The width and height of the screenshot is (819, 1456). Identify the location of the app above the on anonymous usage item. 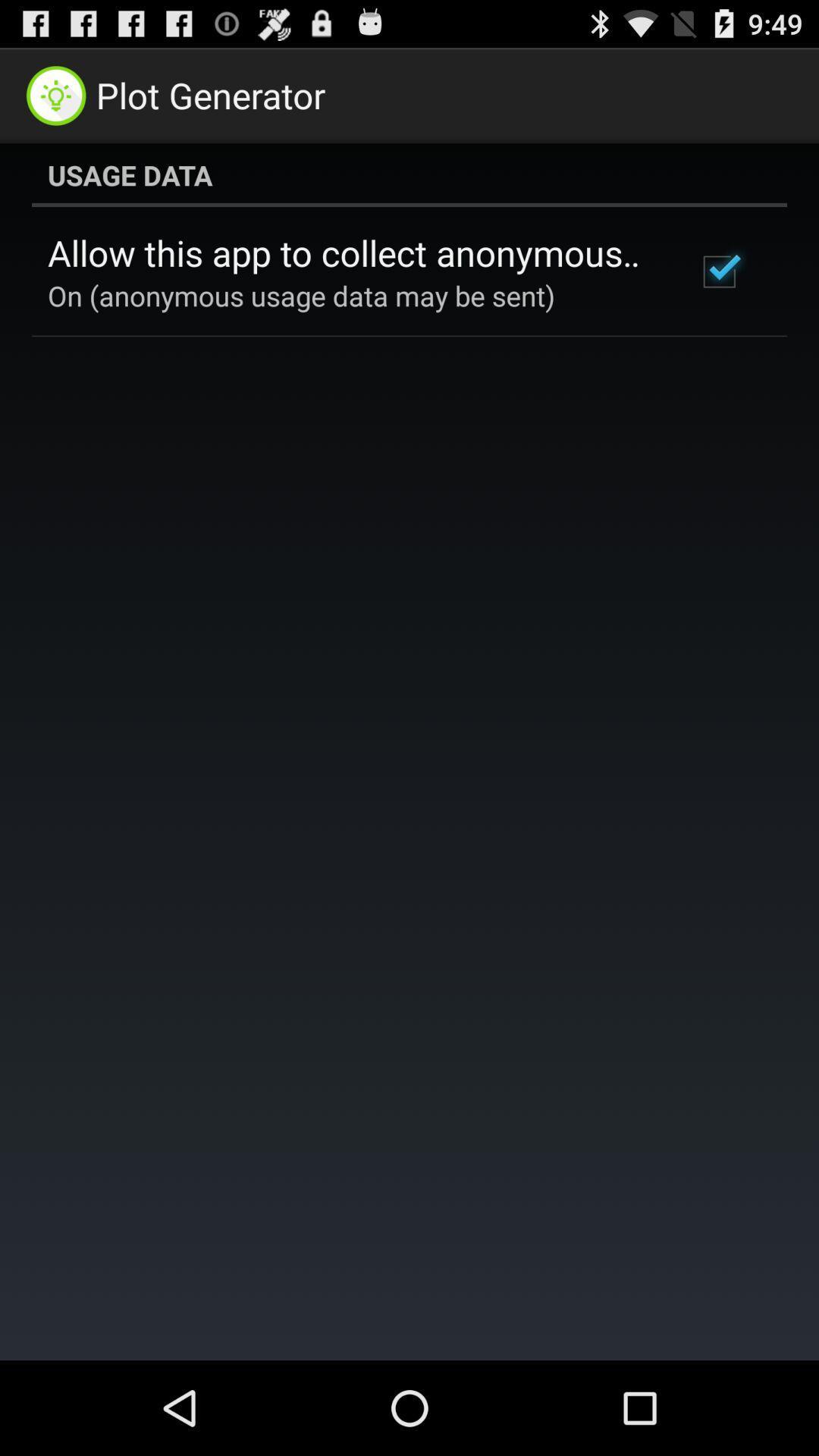
(351, 253).